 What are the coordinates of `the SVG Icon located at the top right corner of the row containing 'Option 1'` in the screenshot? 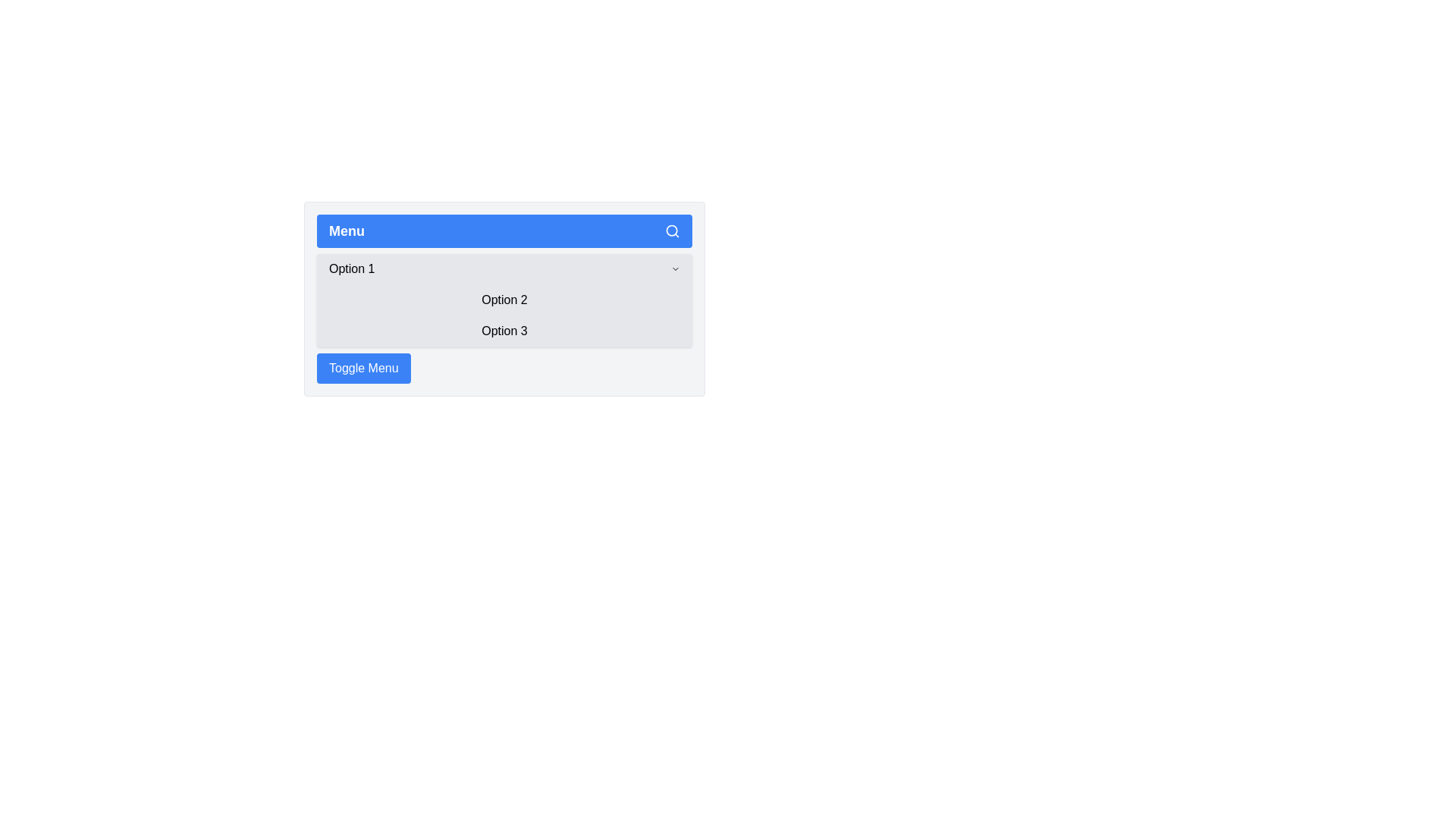 It's located at (675, 268).